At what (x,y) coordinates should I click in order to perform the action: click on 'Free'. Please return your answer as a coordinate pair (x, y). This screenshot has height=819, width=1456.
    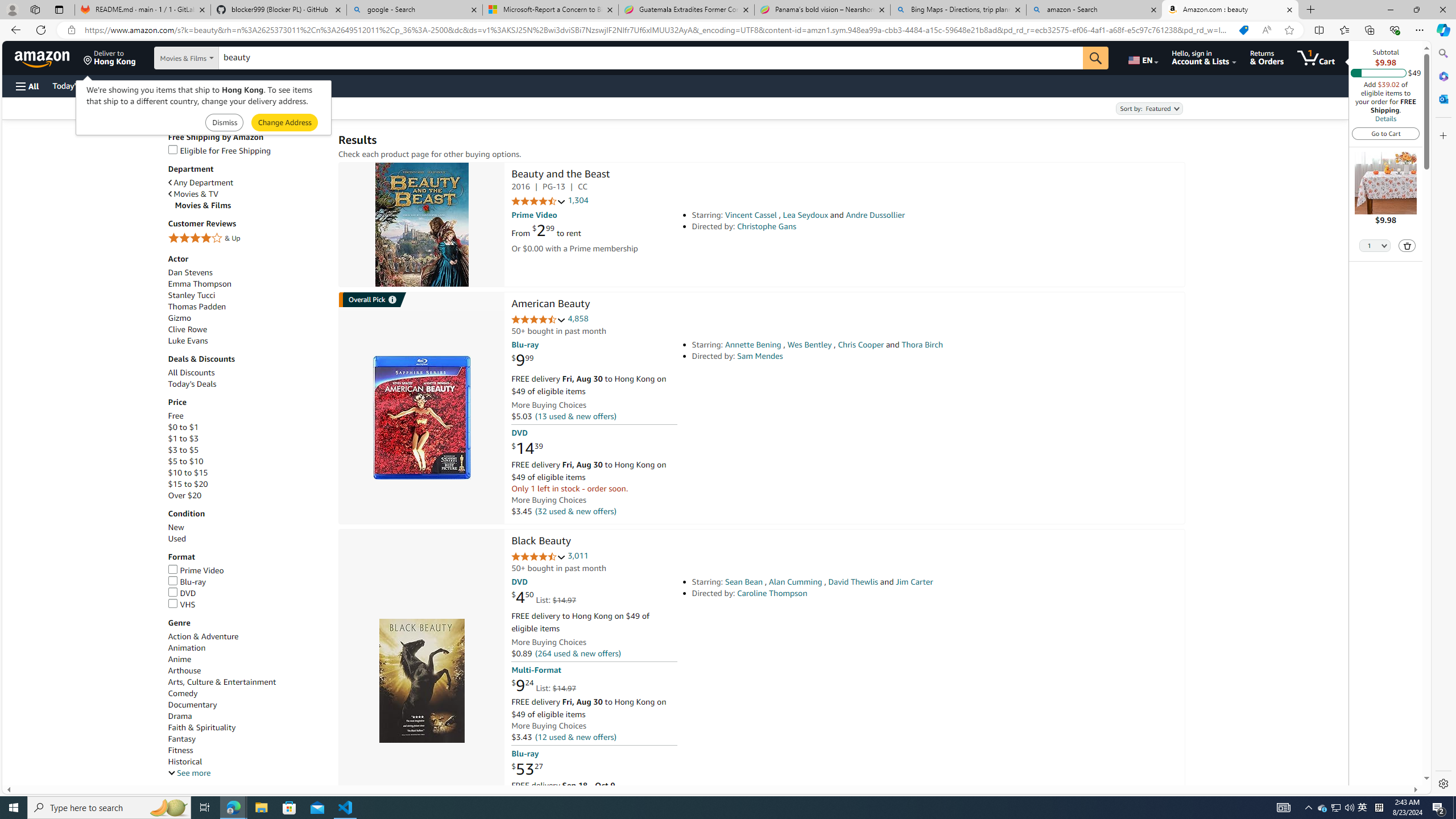
    Looking at the image, I should click on (175, 416).